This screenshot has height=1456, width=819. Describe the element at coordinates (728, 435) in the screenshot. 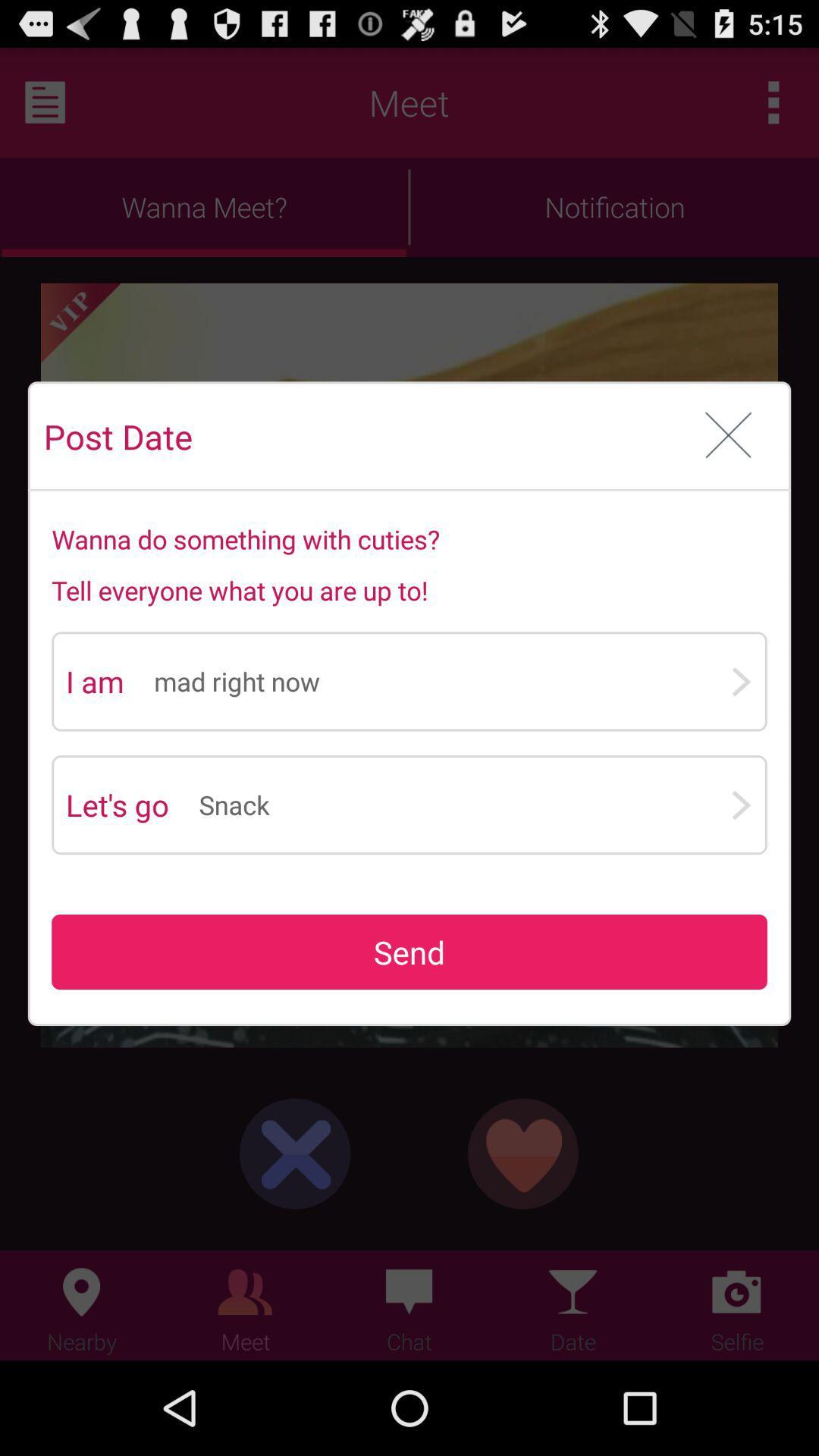

I see `app to the right of post date` at that location.